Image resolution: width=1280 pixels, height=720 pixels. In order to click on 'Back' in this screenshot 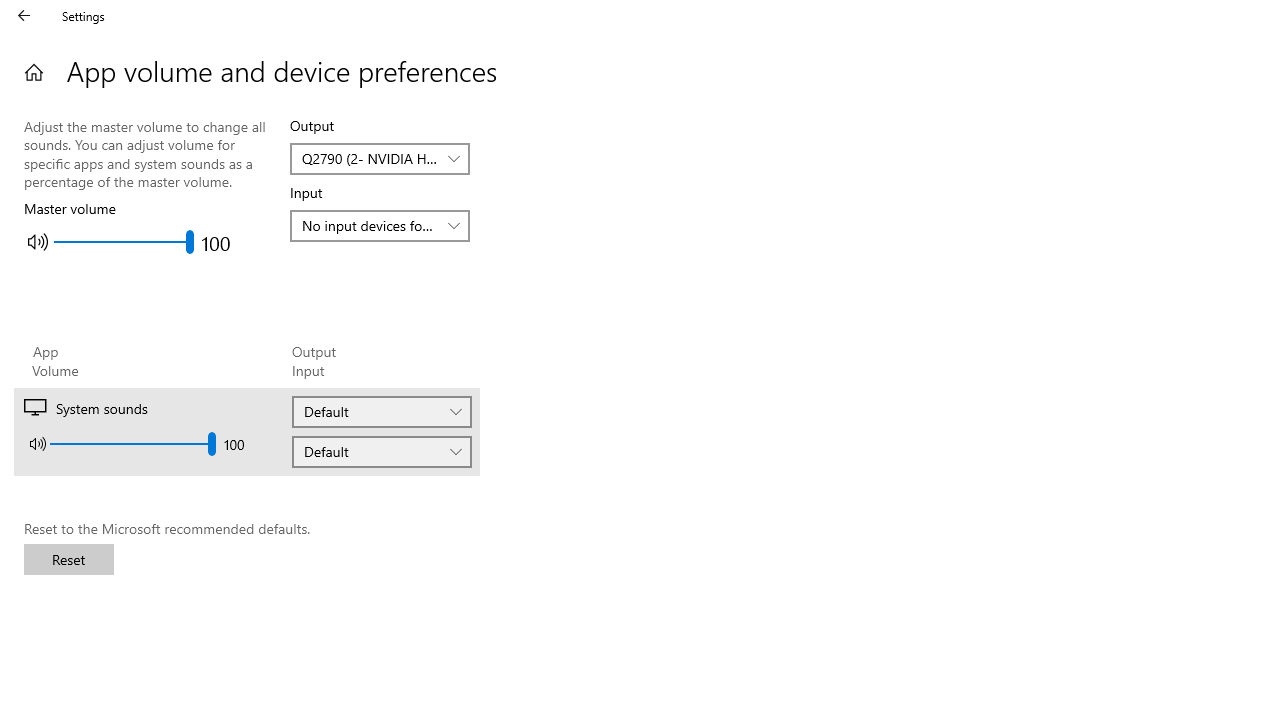, I will do `click(24, 15)`.